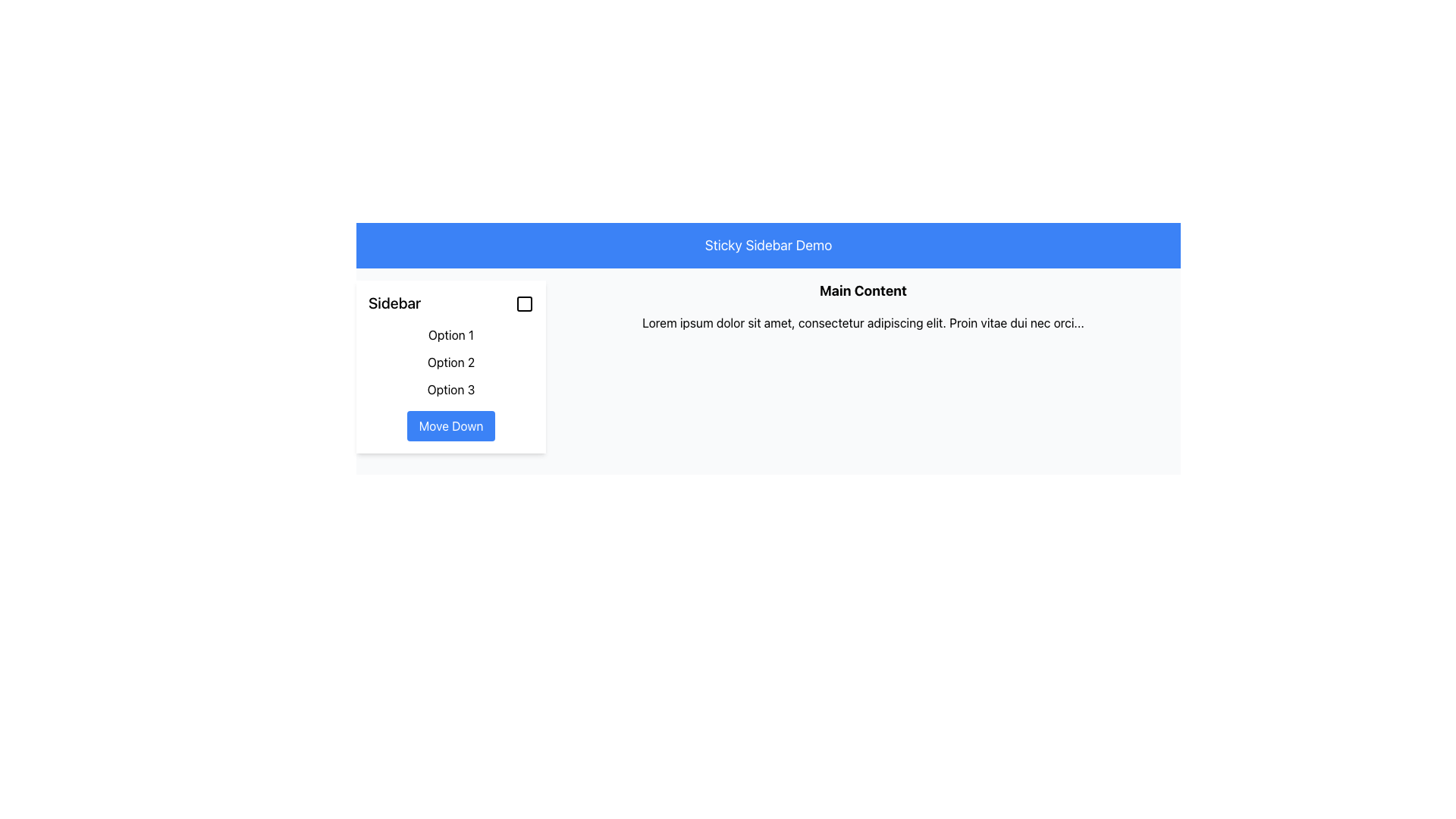 The height and width of the screenshot is (819, 1456). I want to click on the first option labeled 'Option 1' in the sidebar navigation, so click(450, 334).